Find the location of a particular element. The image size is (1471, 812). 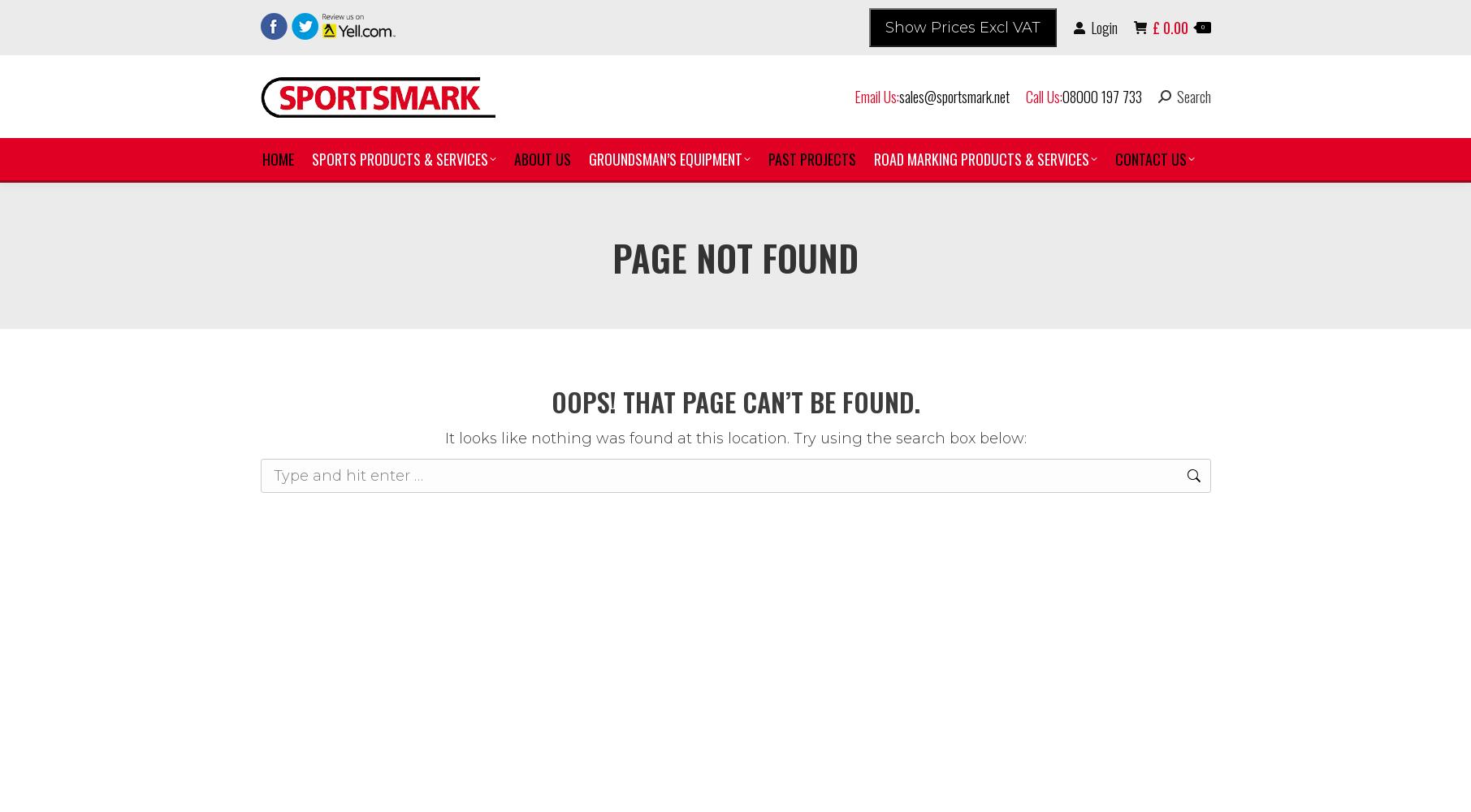

'Bike Polo' is located at coordinates (356, 382).